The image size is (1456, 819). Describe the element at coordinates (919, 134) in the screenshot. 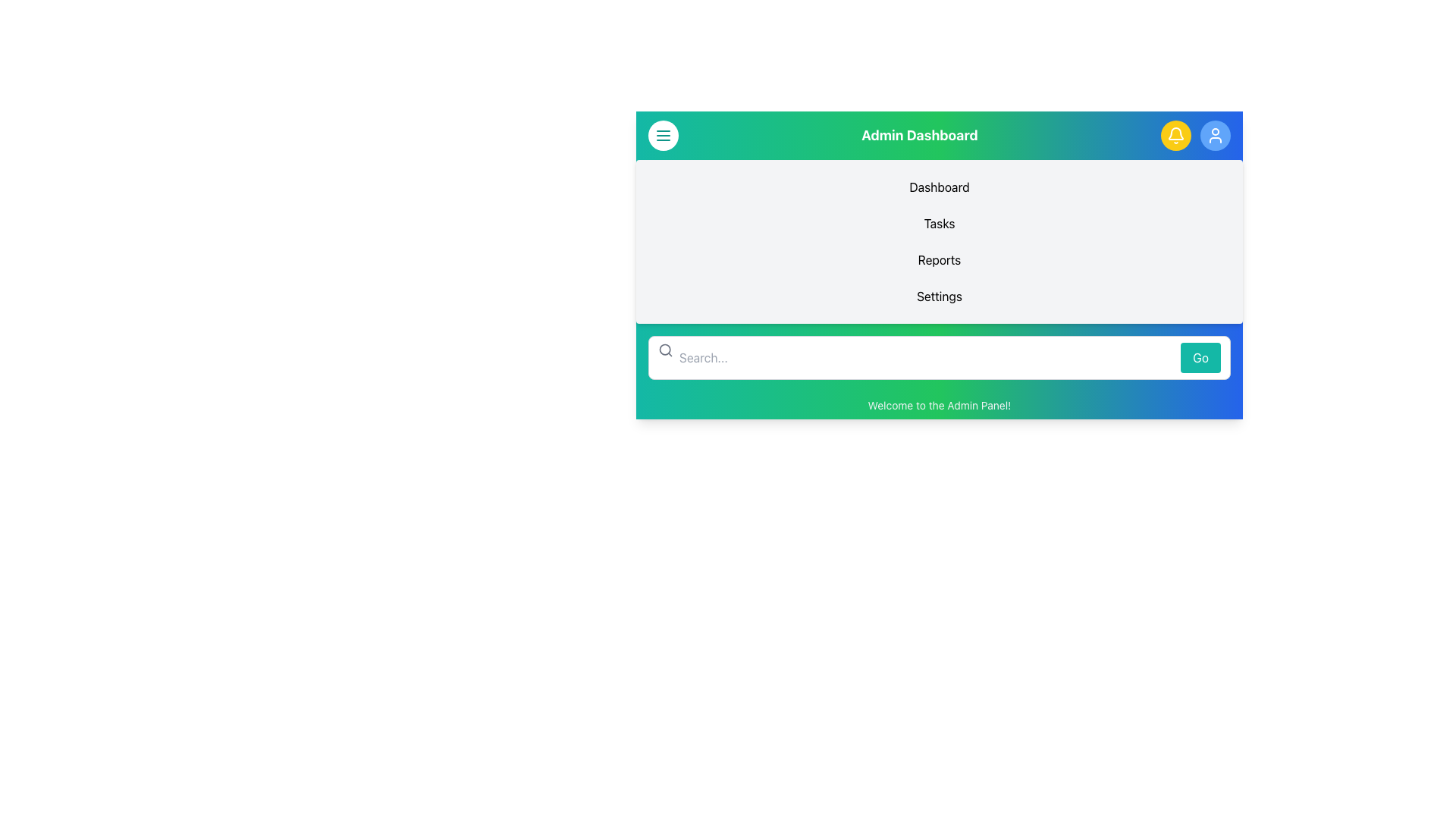

I see `the text label displaying 'Admin Dashboard' in bold, located in the center of the header section with a green to blue gradient background` at that location.